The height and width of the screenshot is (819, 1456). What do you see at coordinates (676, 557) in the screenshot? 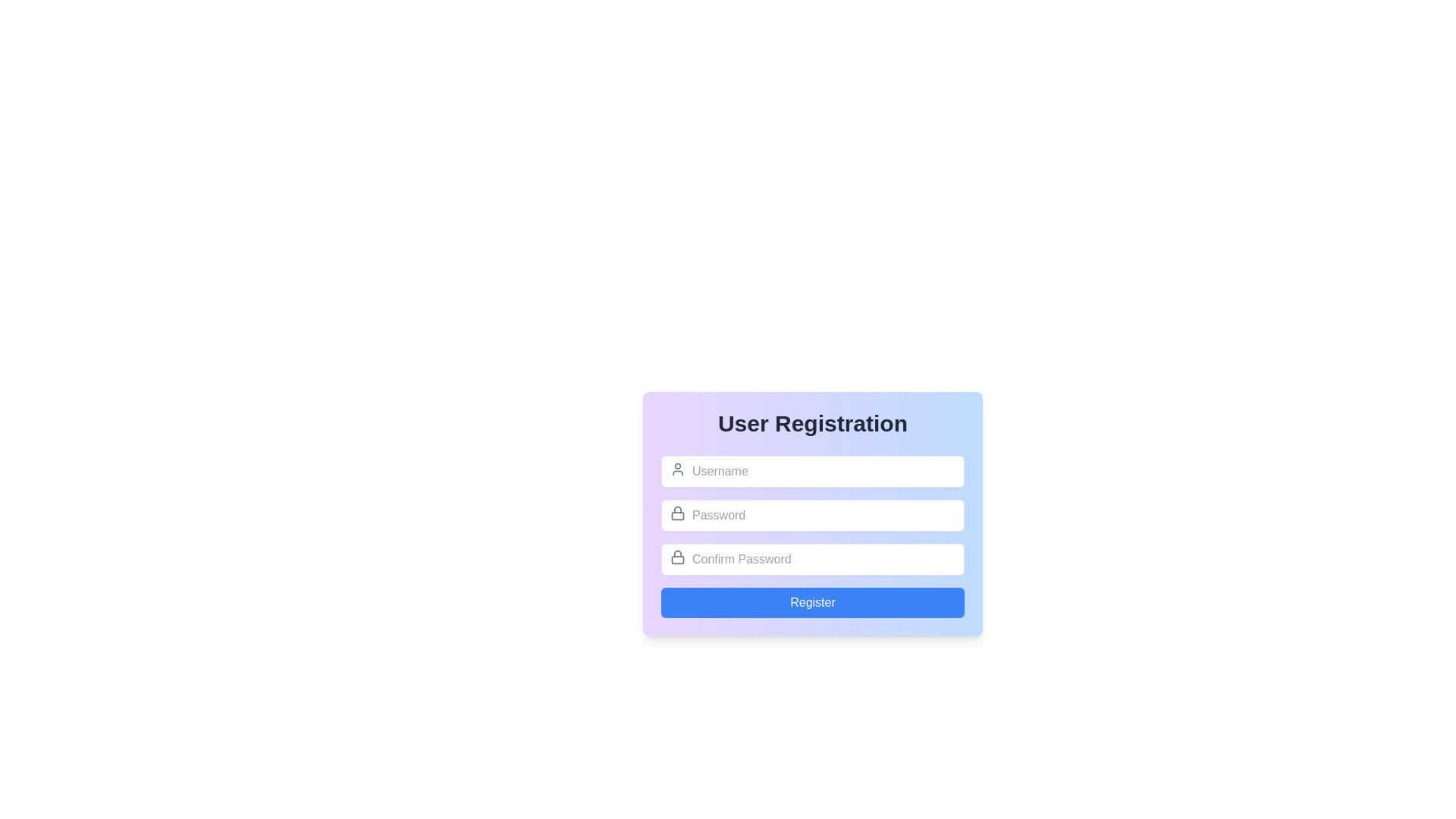
I see `lock icon located at the top-left corner of the 'Confirm Password' input field for visual cues` at bounding box center [676, 557].